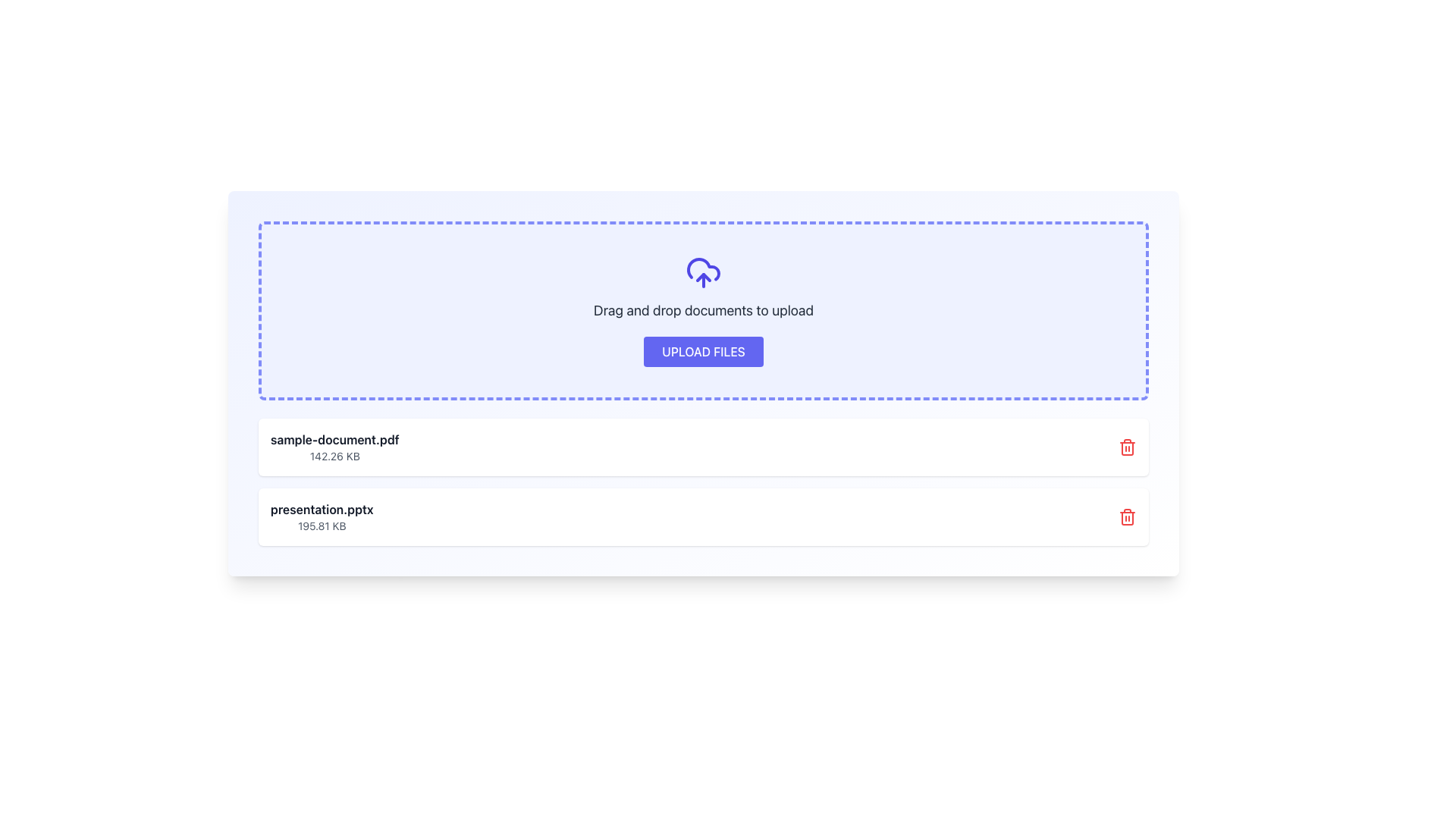  I want to click on the text label displaying the file size for 'sample-document.pdf', located directly underneath the file name in the list of uploaded files, so click(334, 455).